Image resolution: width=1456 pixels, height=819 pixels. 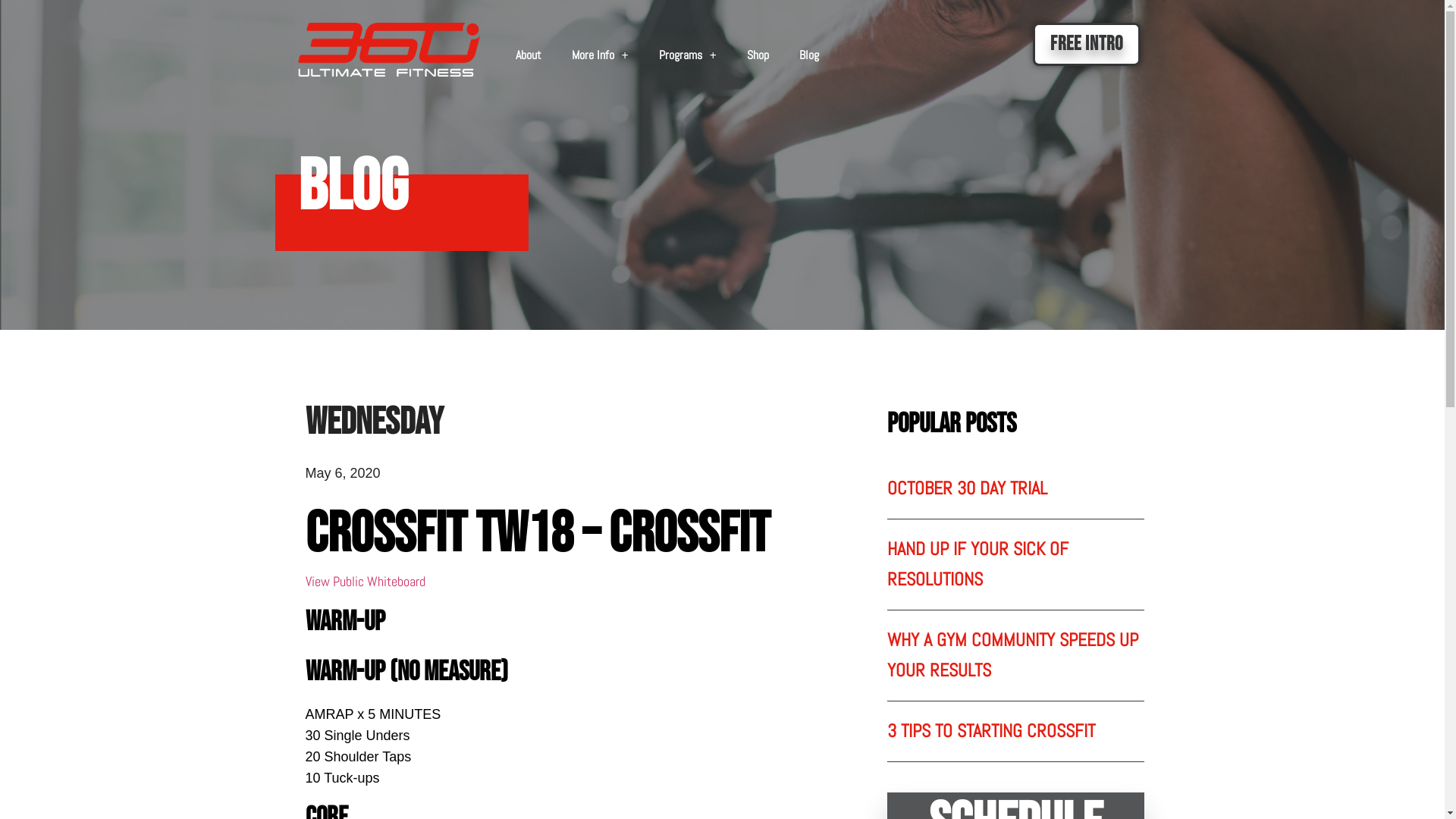 I want to click on 'About', so click(x=528, y=55).